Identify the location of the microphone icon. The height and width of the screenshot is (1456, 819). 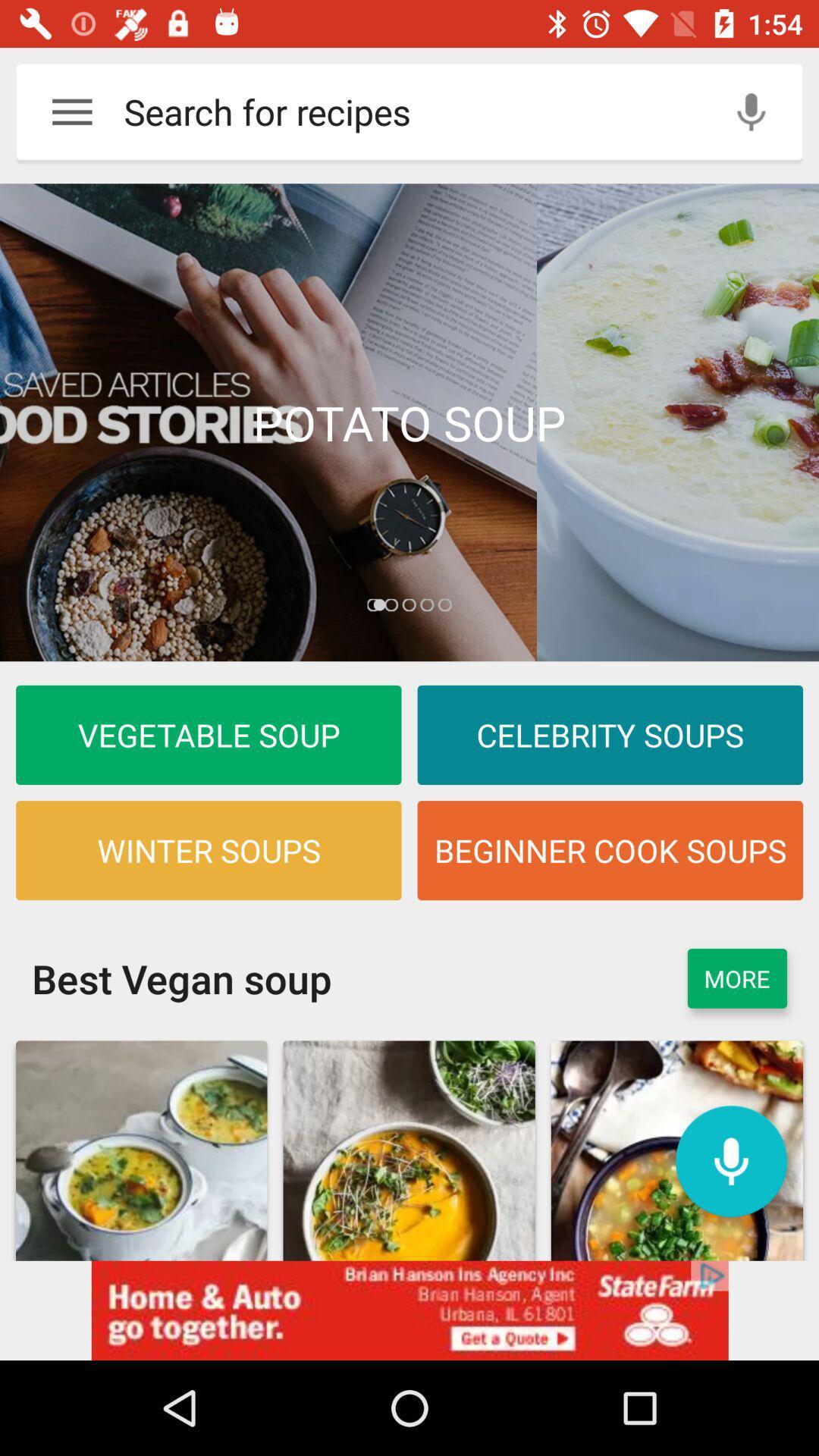
(730, 1160).